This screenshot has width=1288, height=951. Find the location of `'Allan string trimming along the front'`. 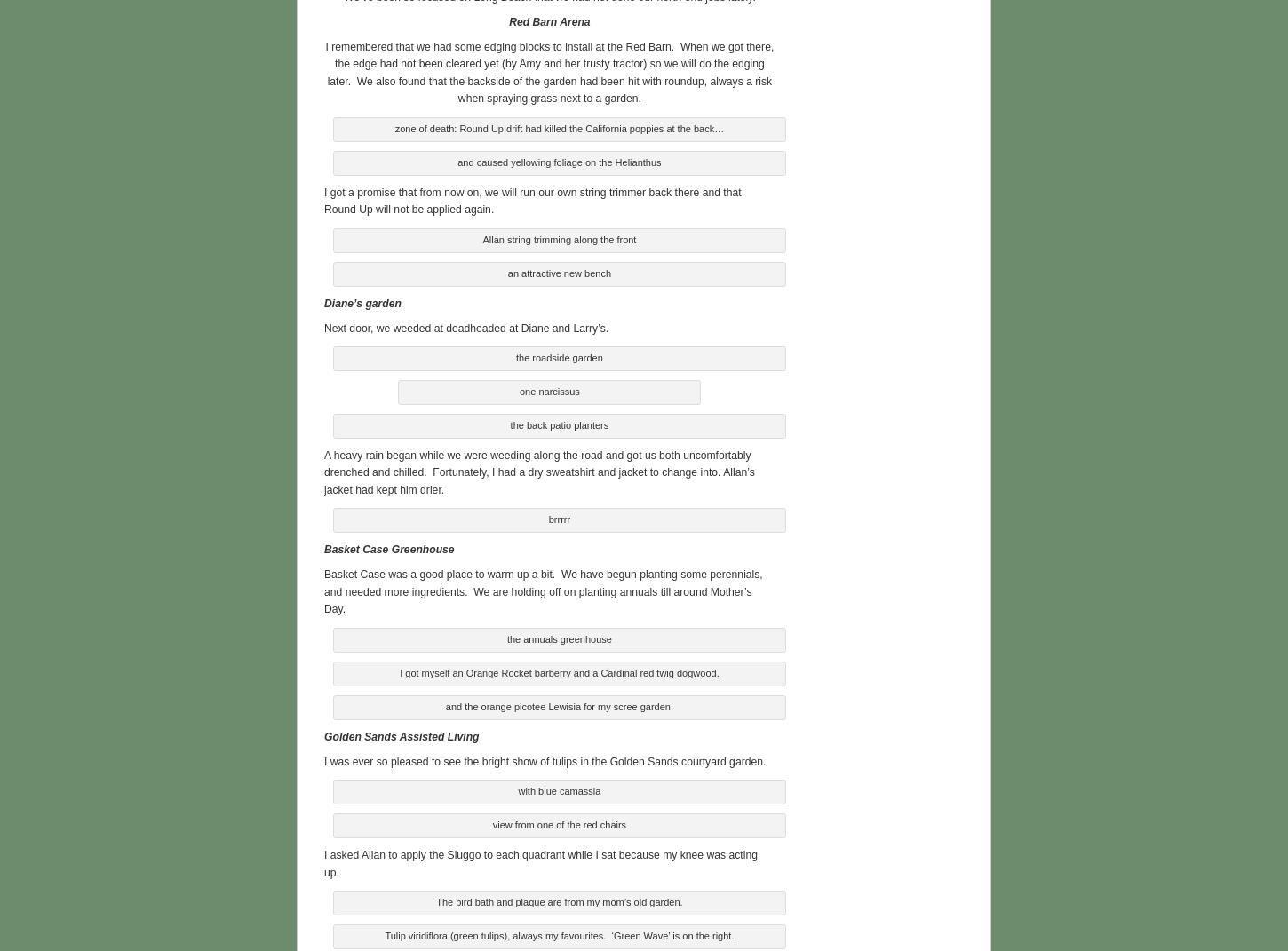

'Allan string trimming along the front' is located at coordinates (558, 237).